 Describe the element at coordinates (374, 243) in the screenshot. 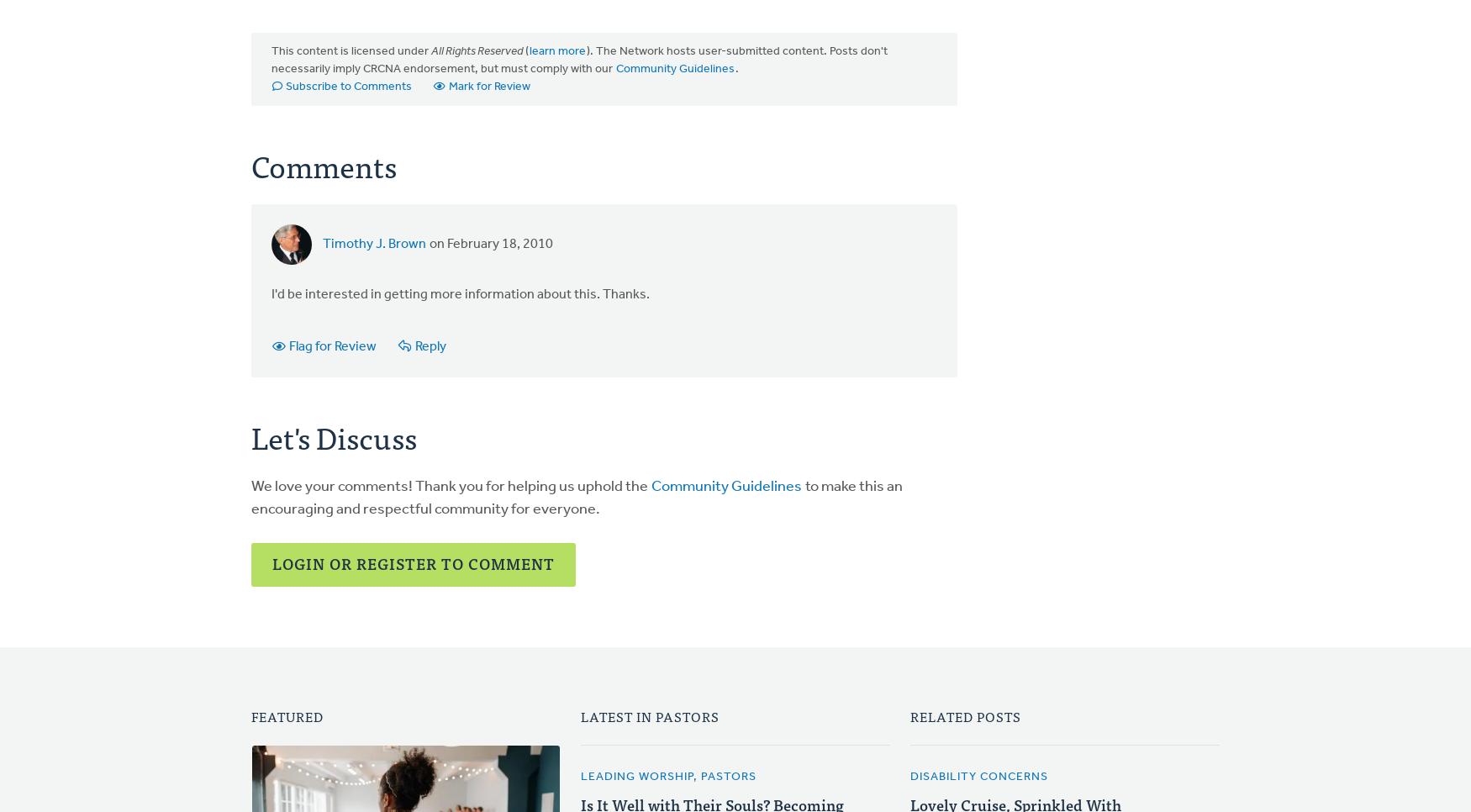

I see `'Timothy J. Brown'` at that location.